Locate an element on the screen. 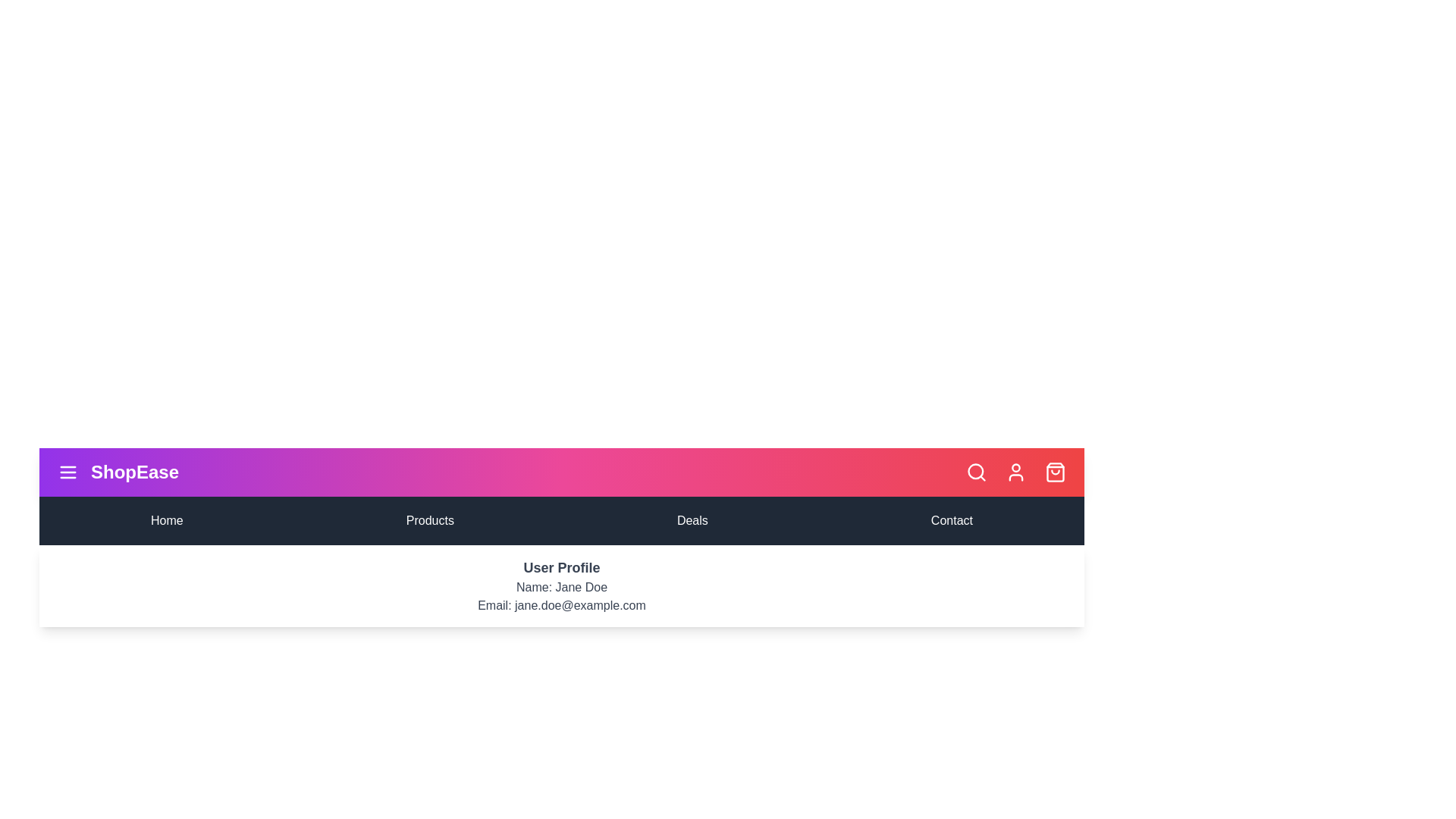  the menu item Deals to navigate to the corresponding section is located at coordinates (691, 519).